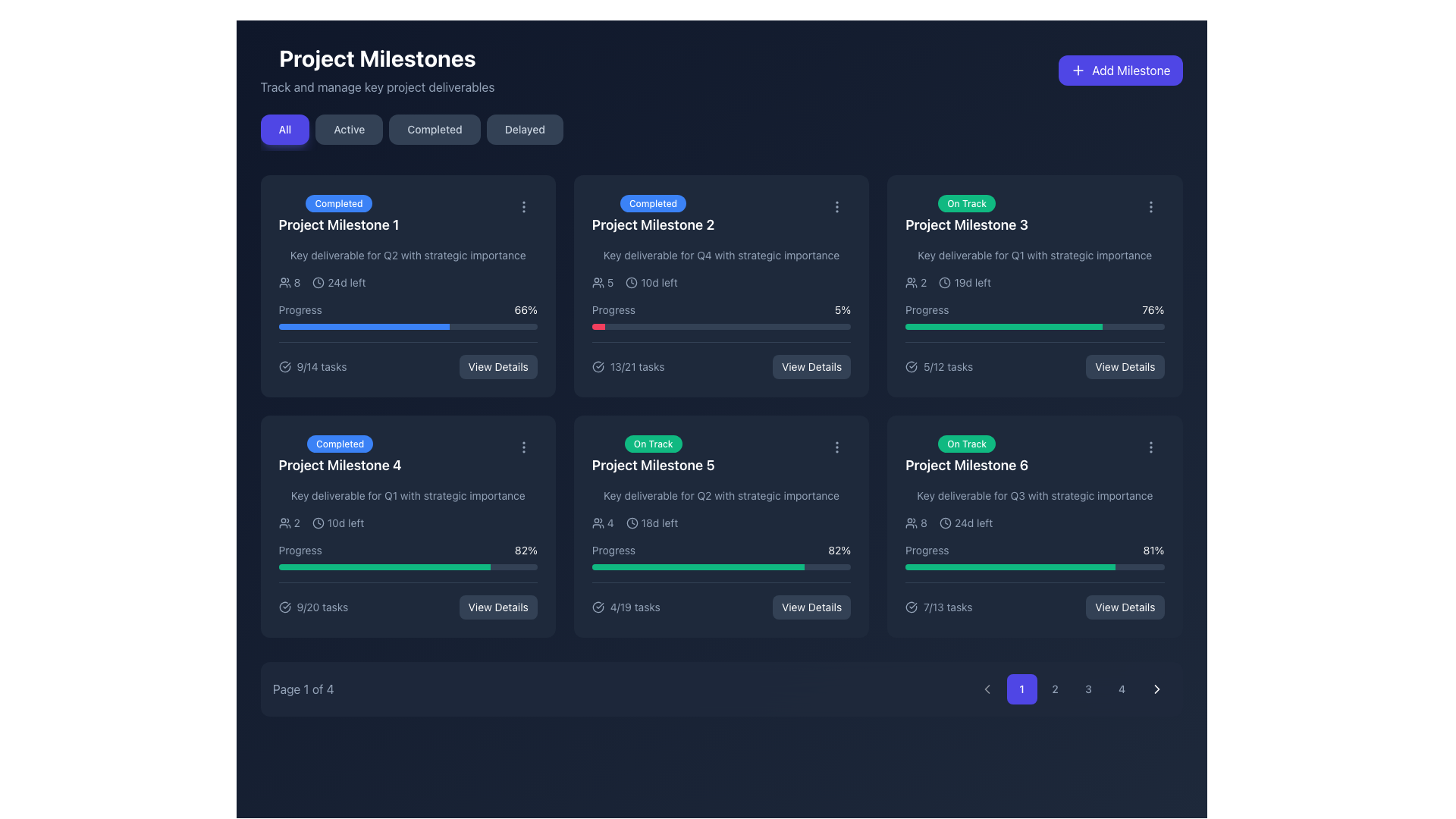  I want to click on the 'next' button with a rounded shape and a dark background, located at the far right of the pagination section, so click(1156, 689).